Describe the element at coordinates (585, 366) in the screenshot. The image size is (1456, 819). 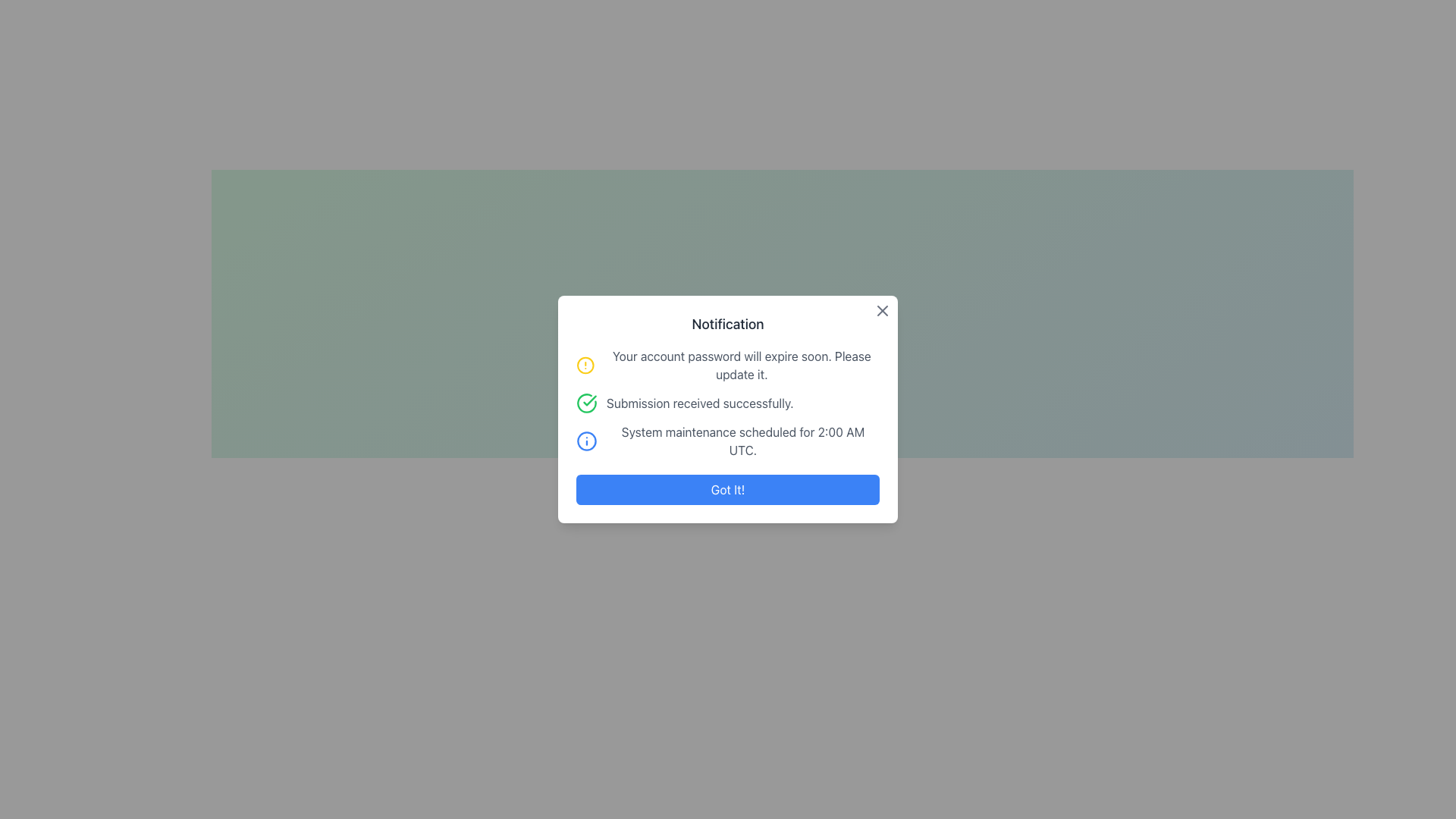
I see `the central circular part of the yellow alert icon located in the notification dialog box, positioned to the left of the message stating, "Your account password will expire soon. Please update it."` at that location.